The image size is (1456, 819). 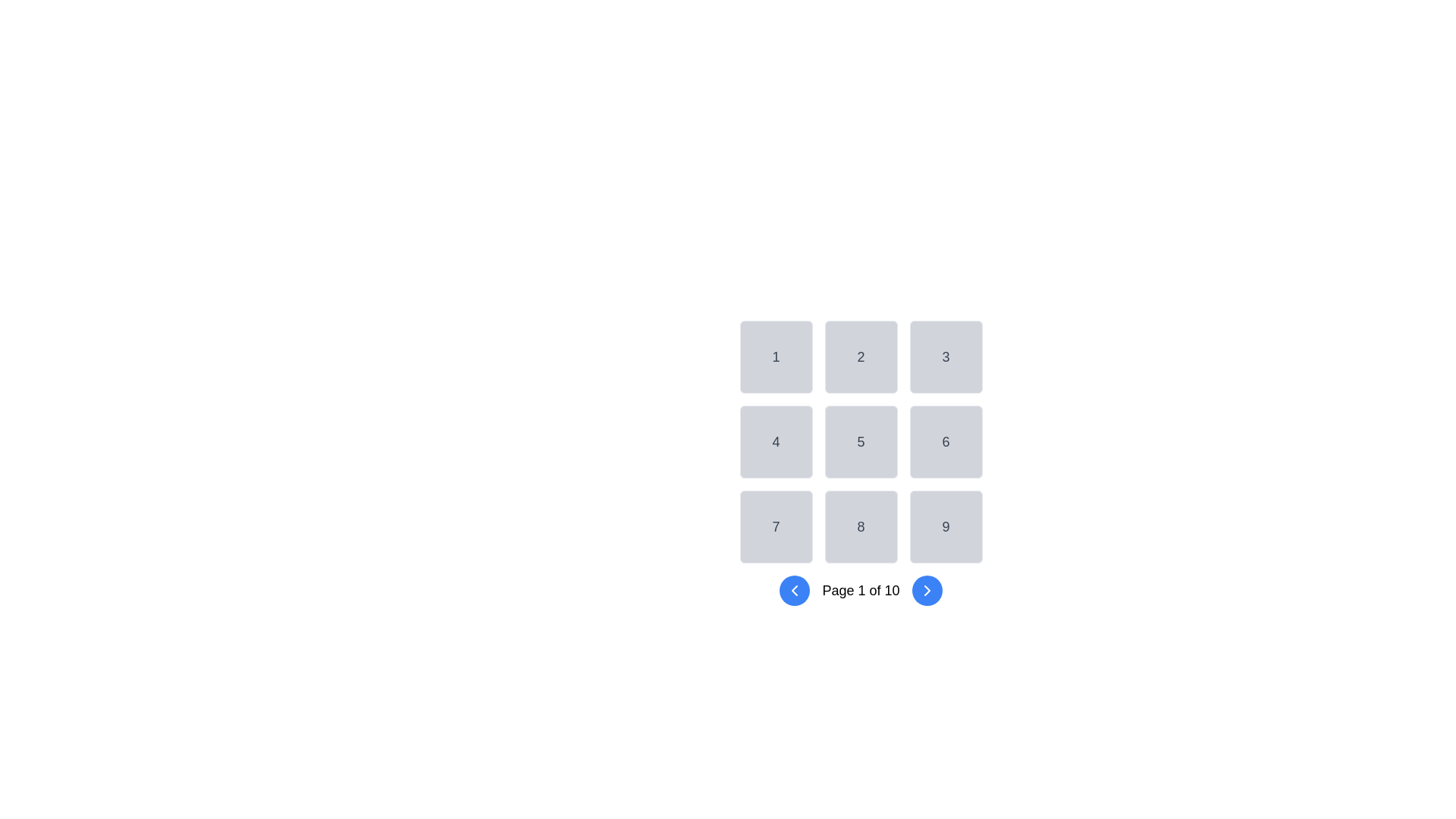 I want to click on the text display labeled 'Page 1 of 10', which is located in the lower-middle section of the interface and flanked by blue circular navigation buttons on either side, so click(x=861, y=590).